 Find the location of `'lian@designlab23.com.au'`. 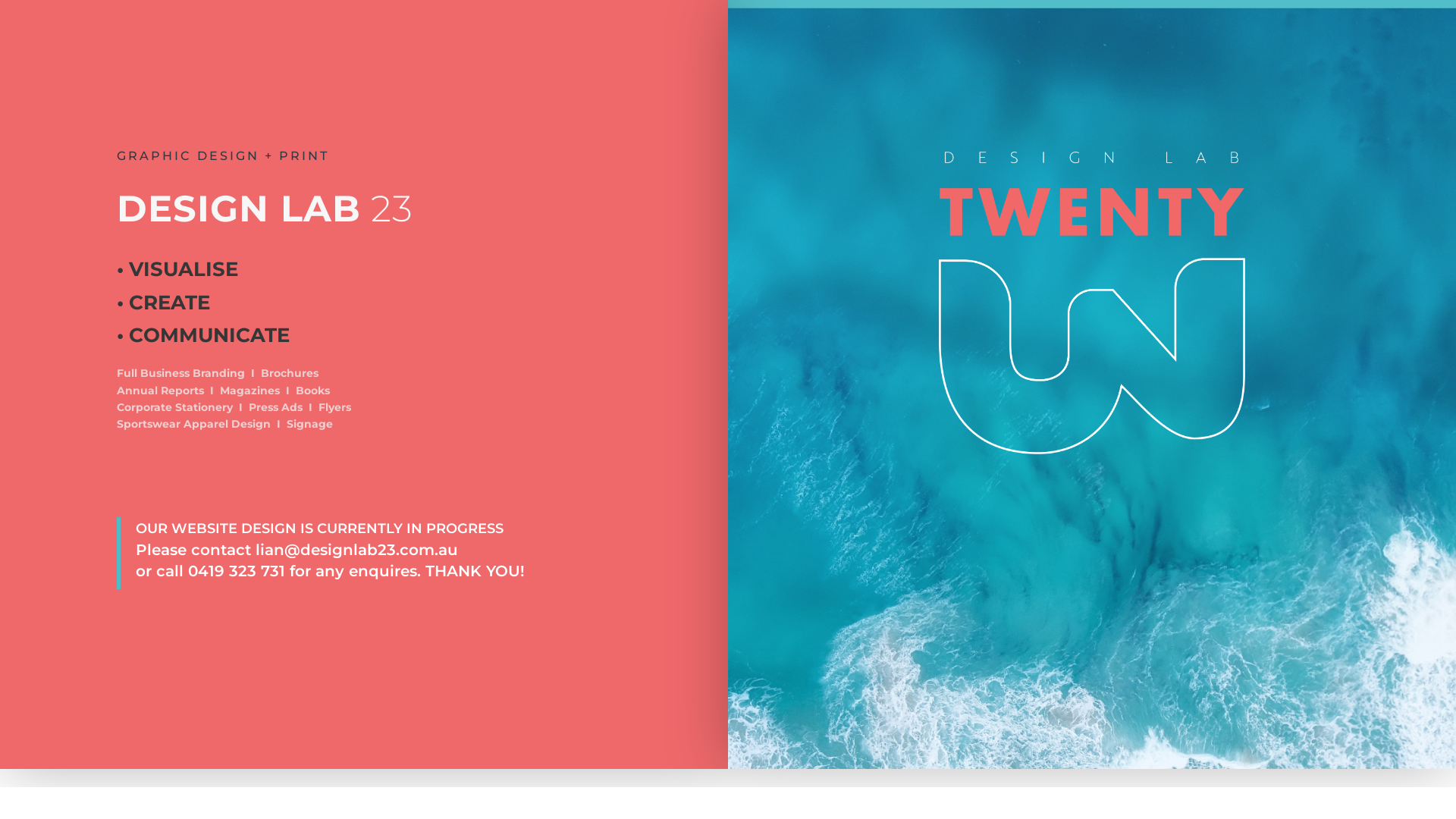

'lian@designlab23.com.au' is located at coordinates (356, 550).